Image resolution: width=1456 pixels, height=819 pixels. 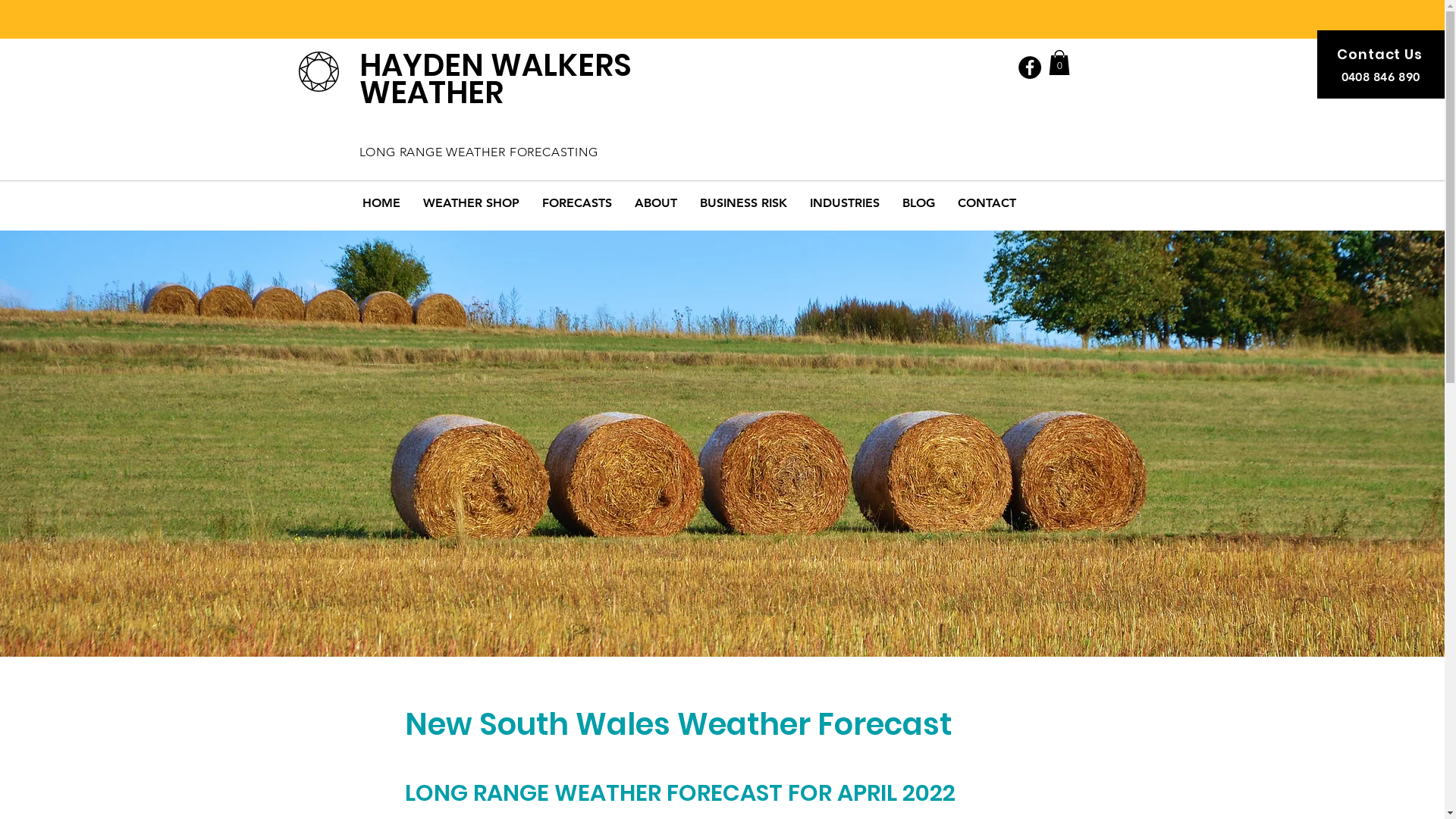 What do you see at coordinates (478, 152) in the screenshot?
I see `'LONG RANGE WEATHER FORECASTING'` at bounding box center [478, 152].